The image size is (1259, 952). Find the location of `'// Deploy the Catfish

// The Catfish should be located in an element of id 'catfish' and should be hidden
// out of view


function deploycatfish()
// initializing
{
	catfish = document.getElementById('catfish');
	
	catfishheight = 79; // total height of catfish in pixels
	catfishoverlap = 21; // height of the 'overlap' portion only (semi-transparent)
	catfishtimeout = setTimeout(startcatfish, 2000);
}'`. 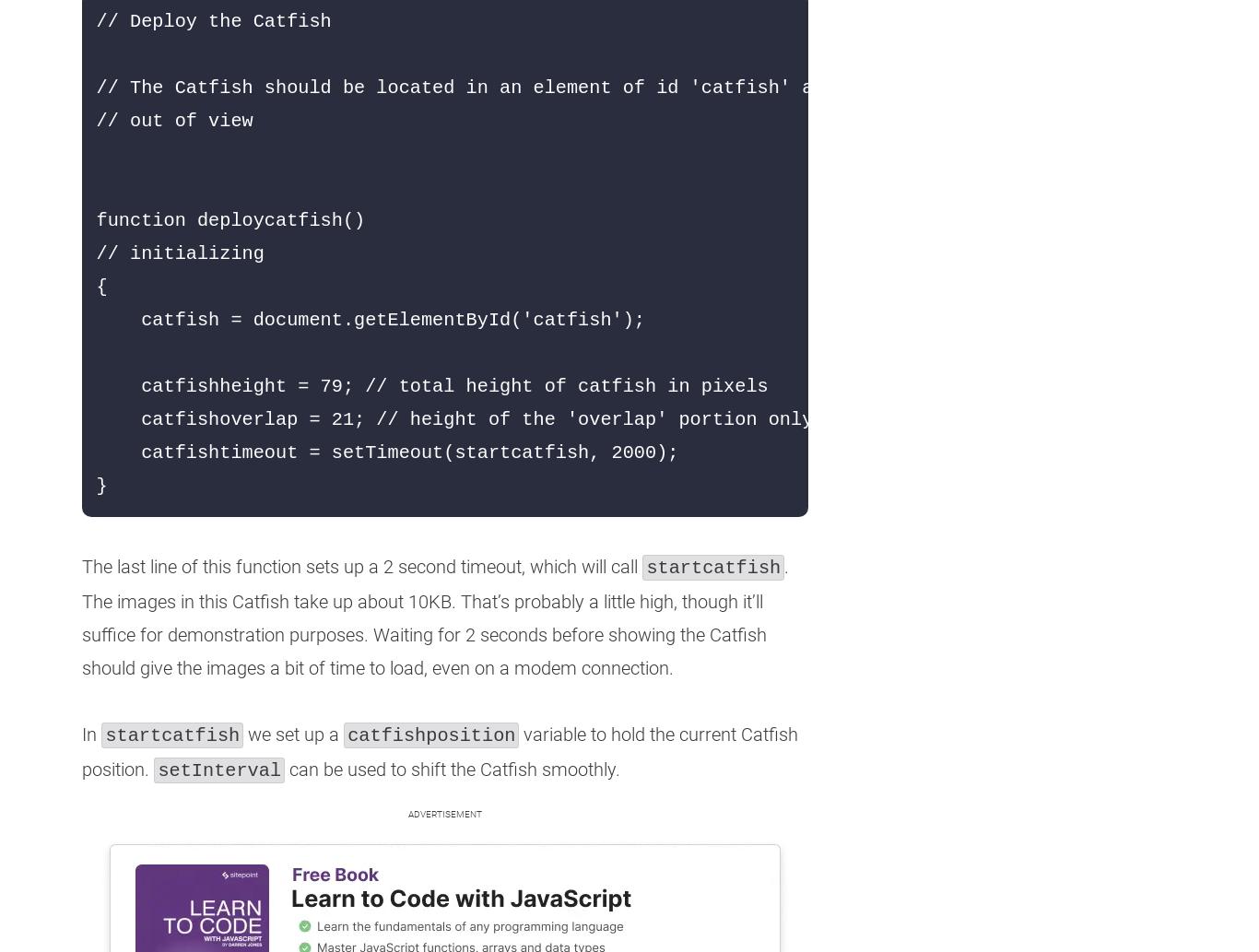

'// Deploy the Catfish

// The Catfish should be located in an element of id 'catfish' and should be hidden
// out of view


function deploycatfish()
// initializing
{
	catfish = document.getElementById('catfish');
	
	catfishheight = 79; // total height of catfish in pixels
	catfishoverlap = 21; // height of the 'overlap' portion only (semi-transparent)
	catfishtimeout = setTimeout(startcatfish, 2000);
}' is located at coordinates (559, 253).